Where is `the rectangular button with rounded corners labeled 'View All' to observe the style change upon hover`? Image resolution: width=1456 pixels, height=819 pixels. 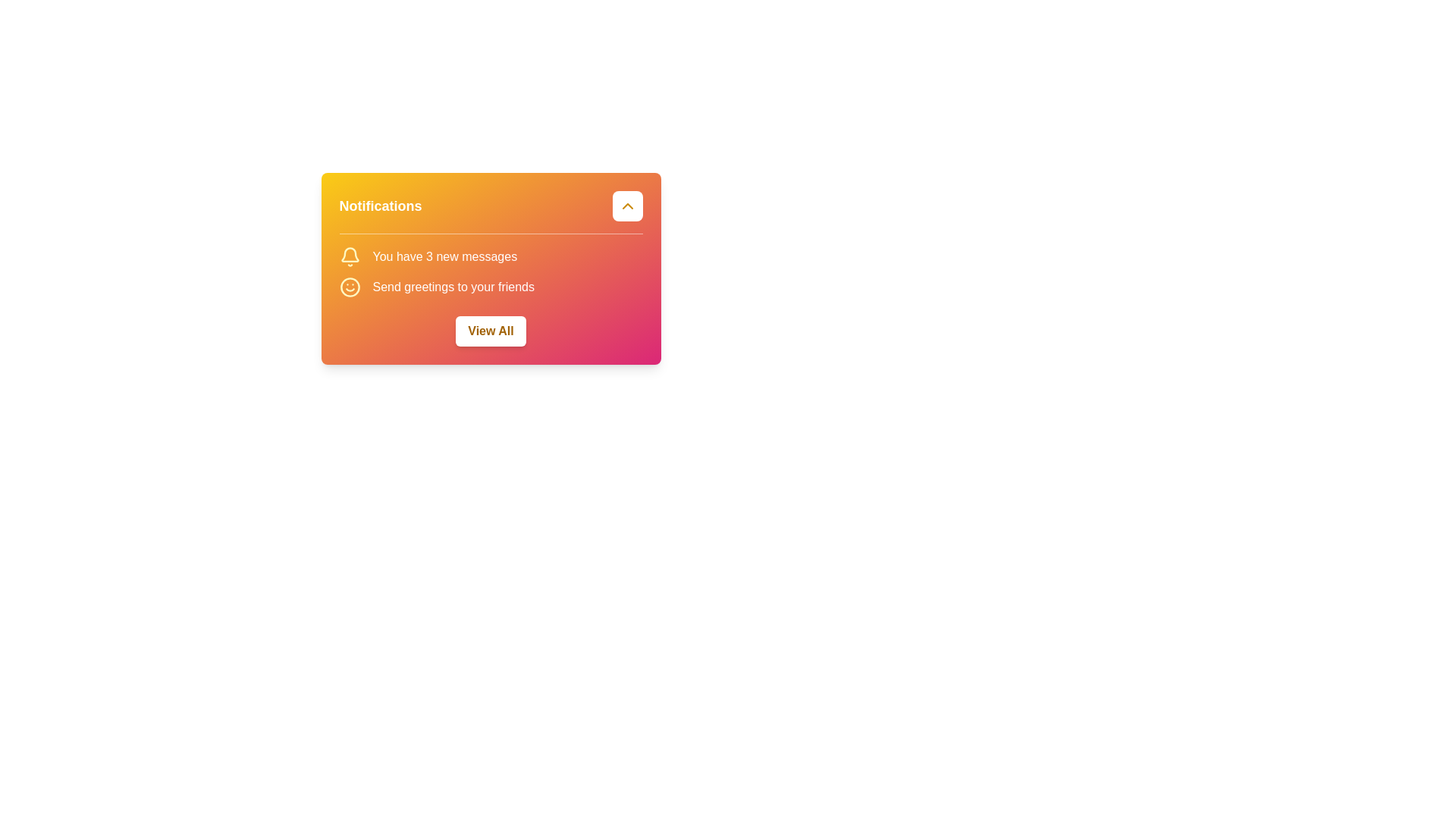 the rectangular button with rounded corners labeled 'View All' to observe the style change upon hover is located at coordinates (491, 330).